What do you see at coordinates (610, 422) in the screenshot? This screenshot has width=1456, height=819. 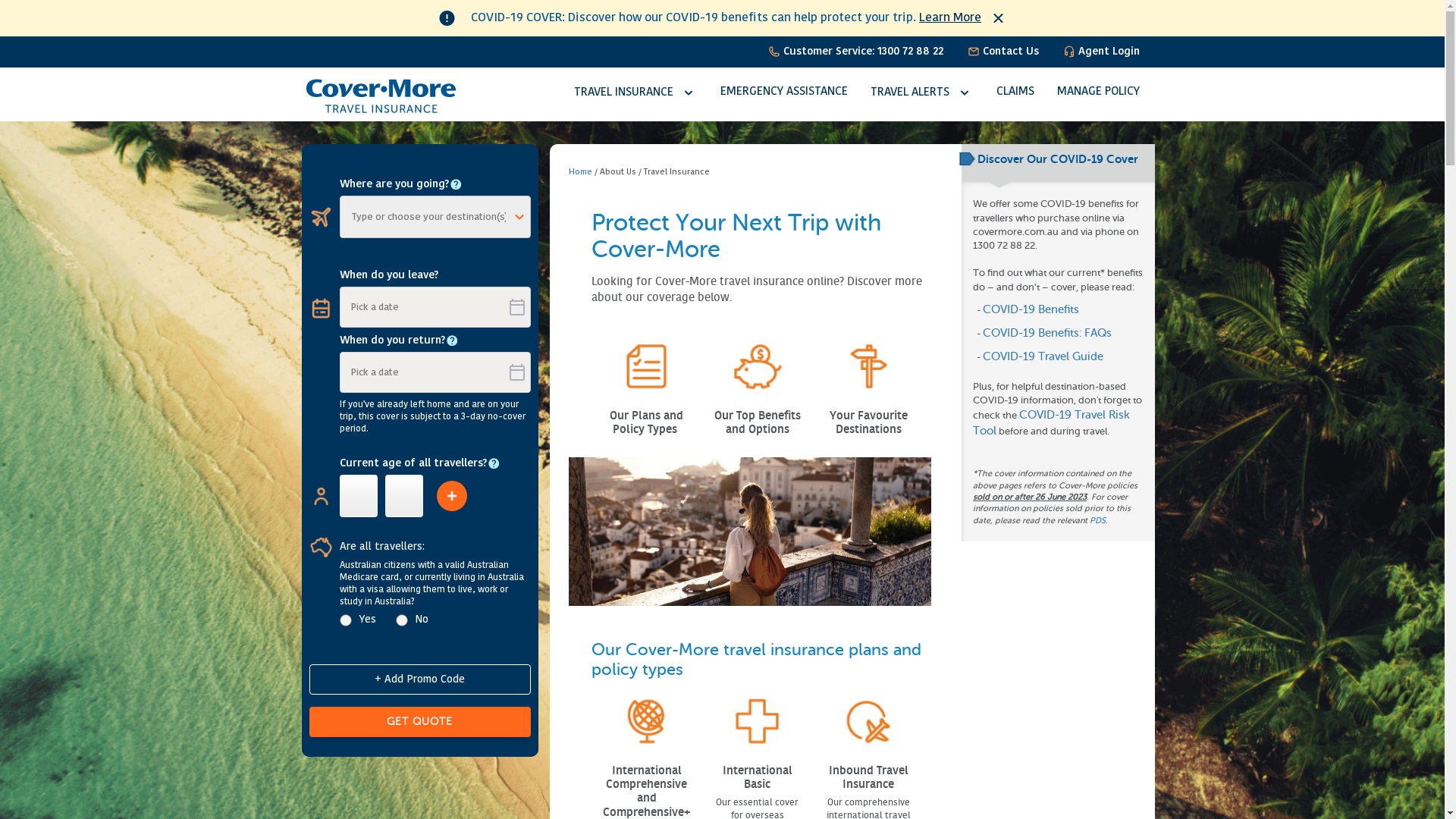 I see `'Our Plans and Policy Types'` at bounding box center [610, 422].